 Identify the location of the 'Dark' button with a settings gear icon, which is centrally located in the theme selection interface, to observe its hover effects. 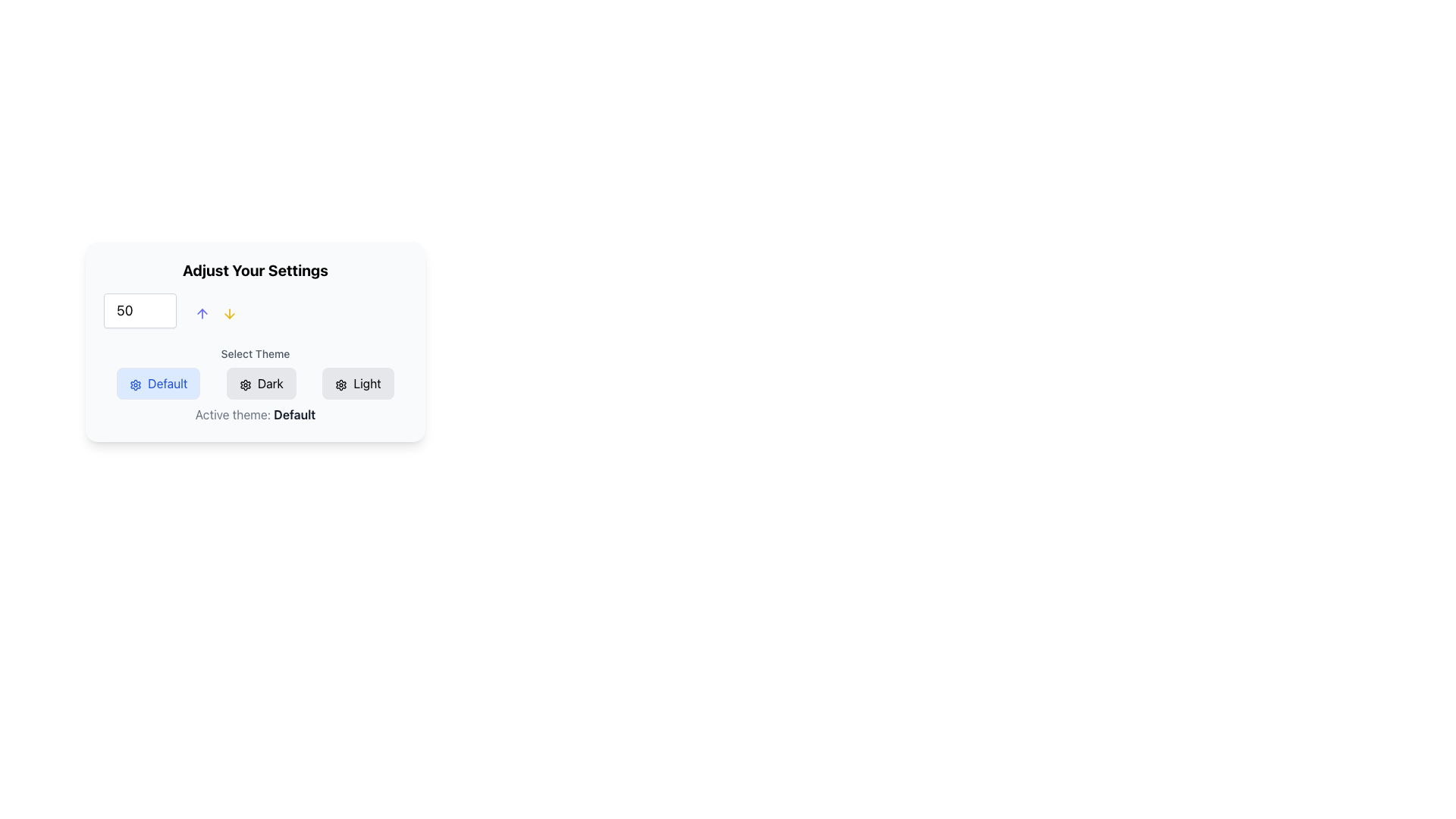
(261, 382).